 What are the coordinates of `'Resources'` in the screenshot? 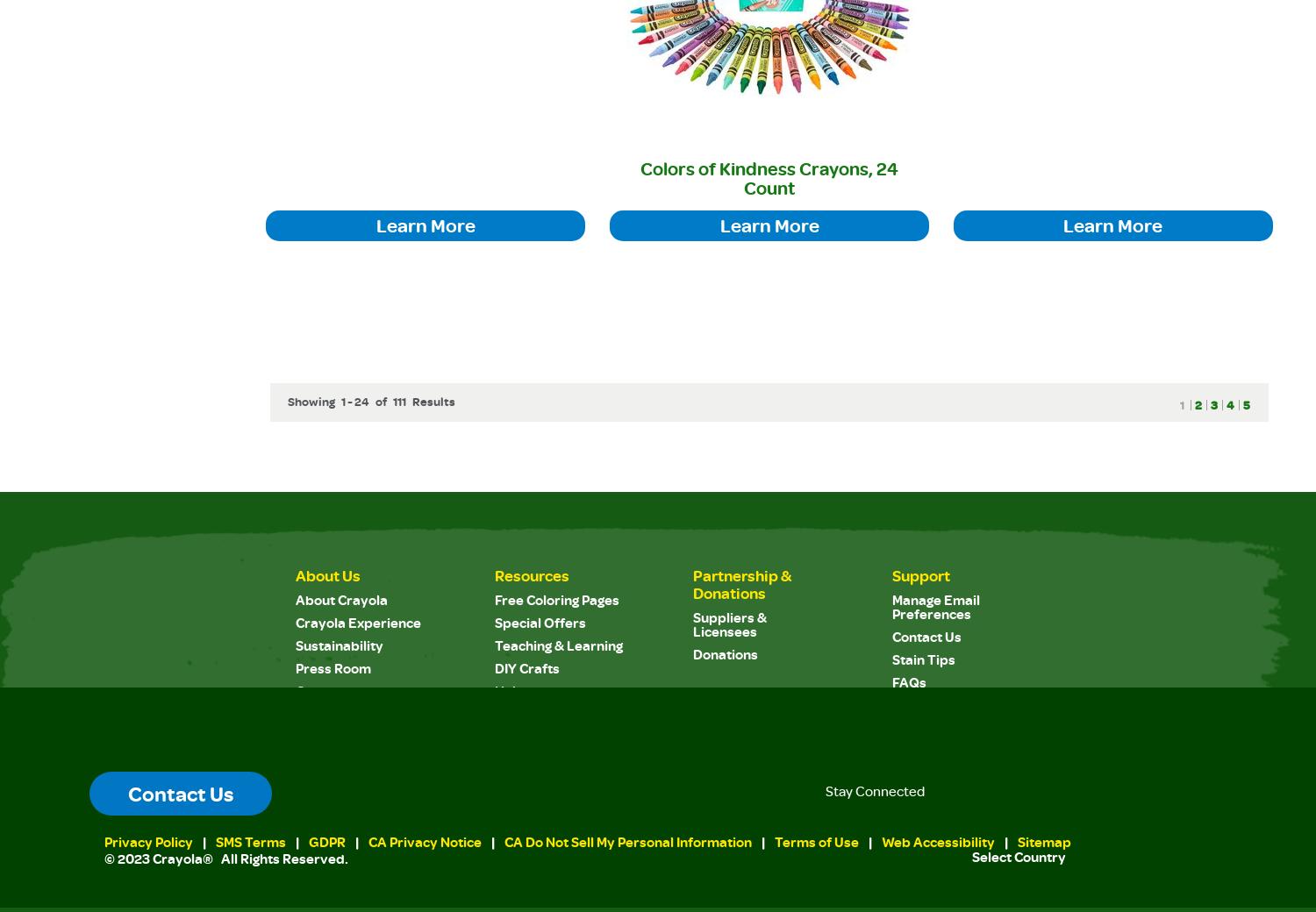 It's located at (493, 575).